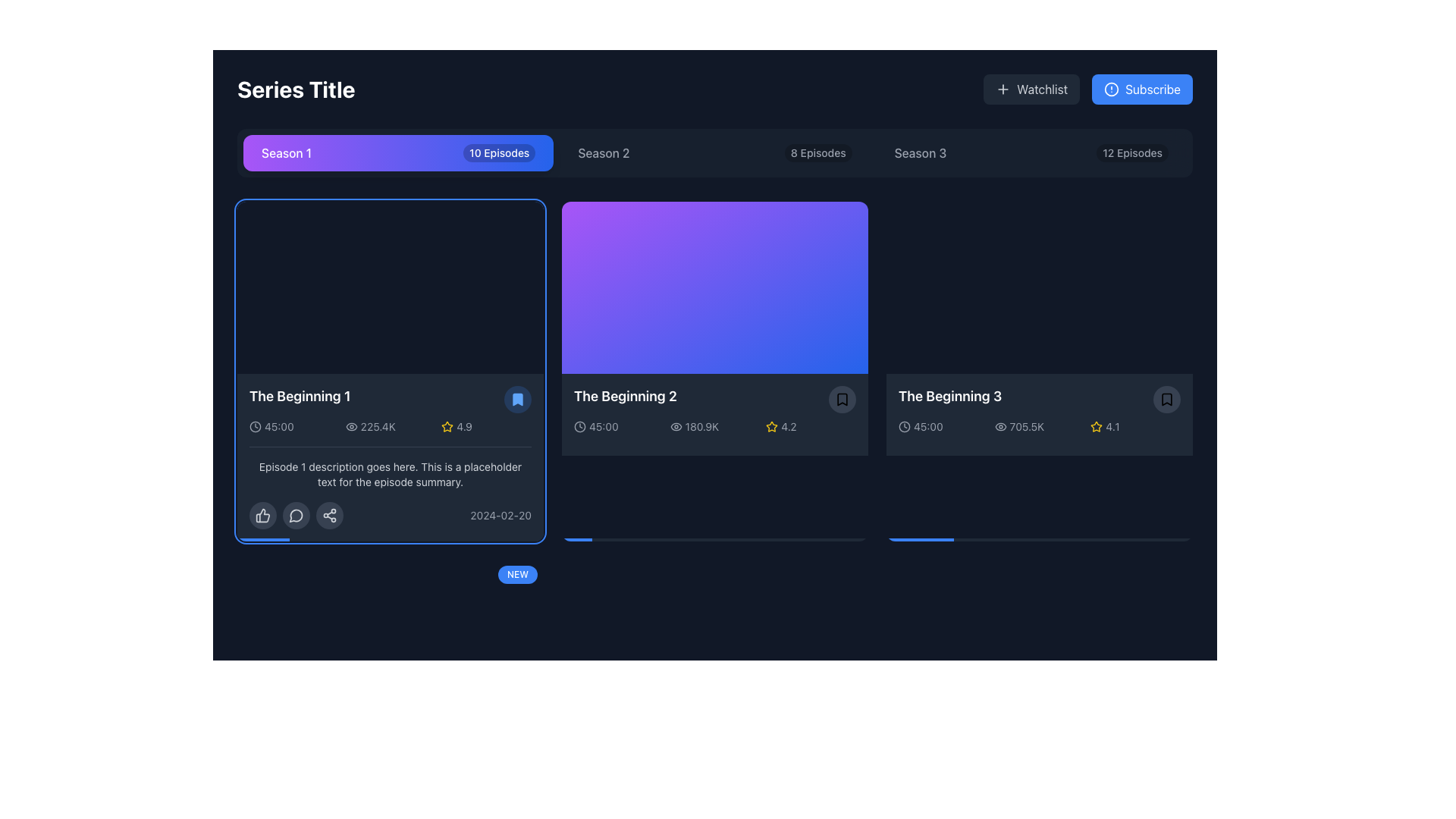  What do you see at coordinates (1112, 89) in the screenshot?
I see `the decorative icon representing an alert for the subscription action, which is located to the left of the text in the 'Subscribe' button` at bounding box center [1112, 89].